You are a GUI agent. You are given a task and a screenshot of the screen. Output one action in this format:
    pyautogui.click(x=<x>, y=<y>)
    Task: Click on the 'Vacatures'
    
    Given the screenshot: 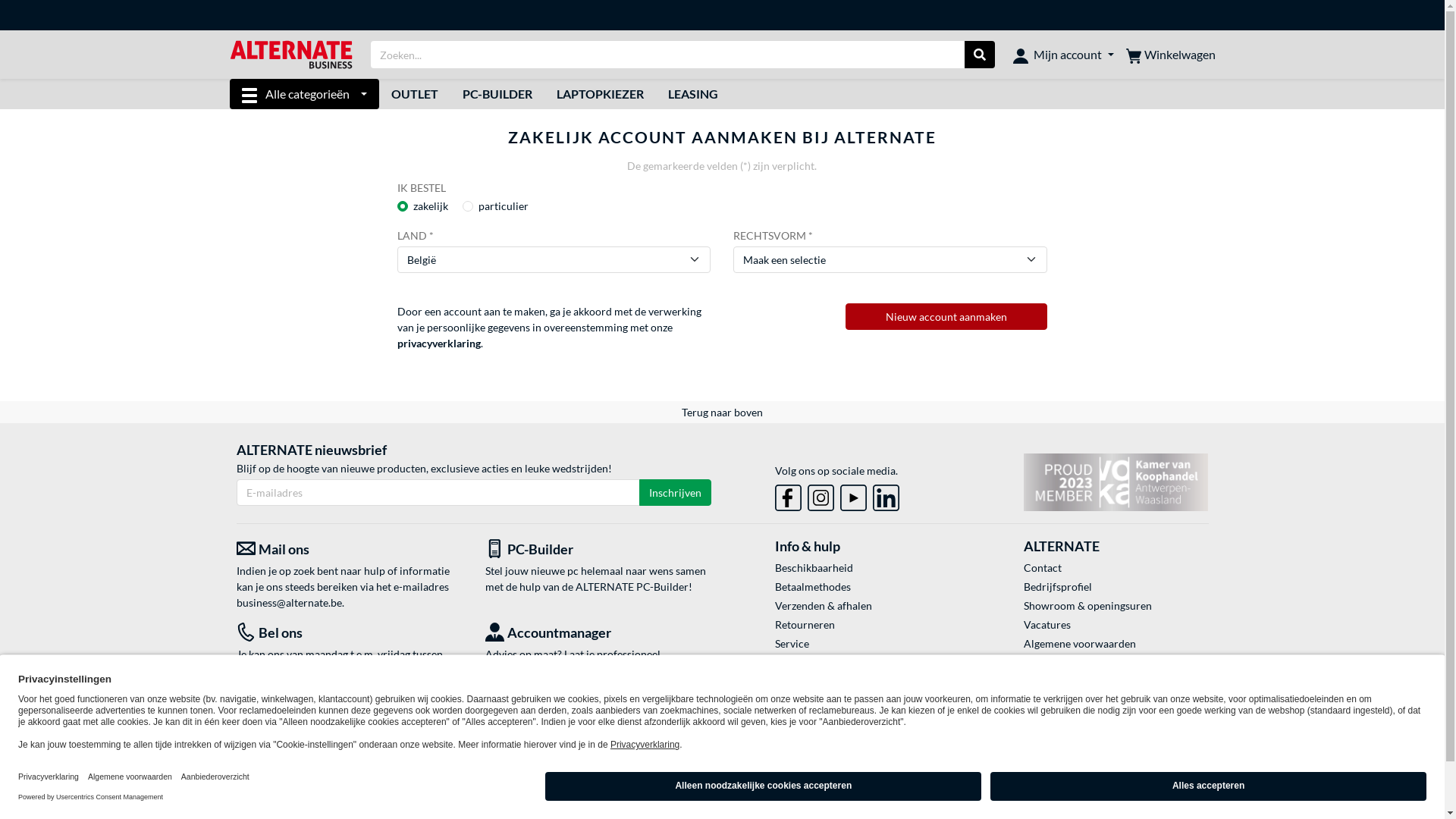 What is the action you would take?
    pyautogui.click(x=1023, y=624)
    